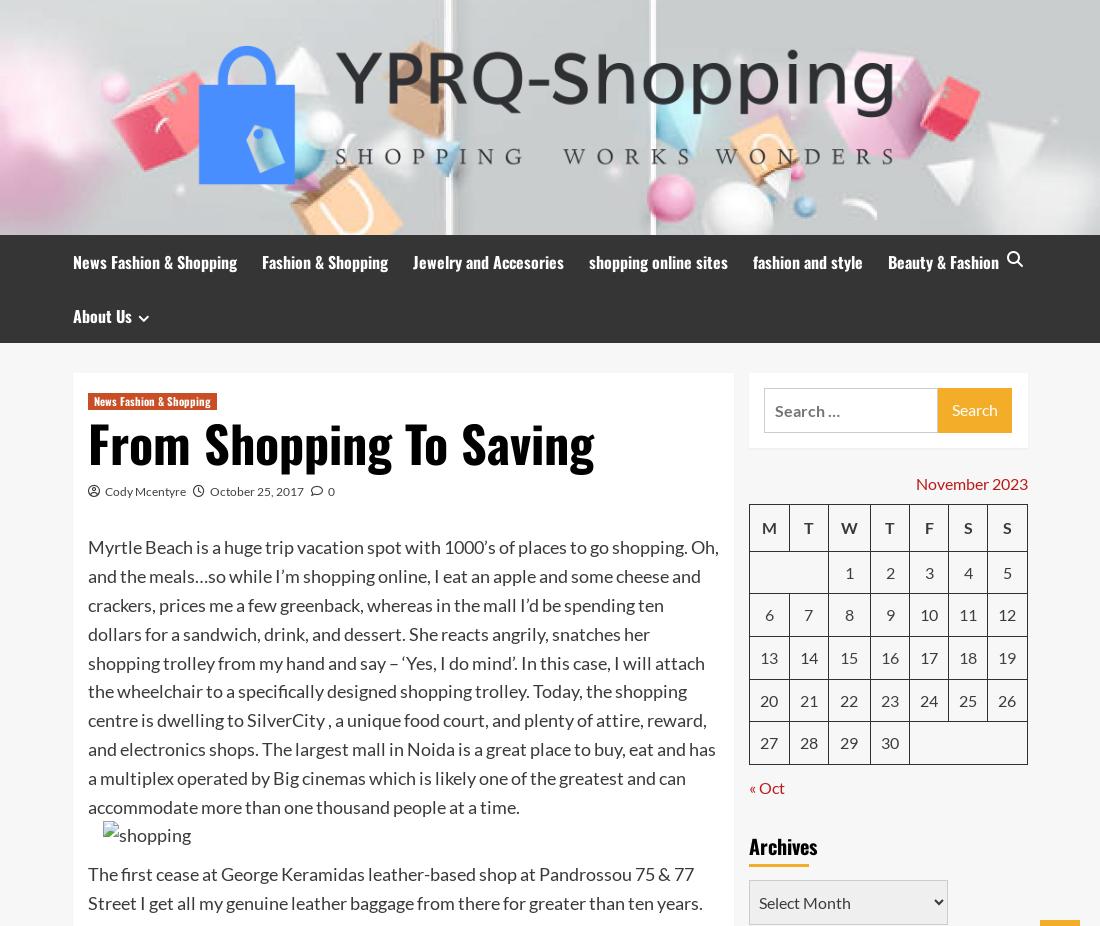  Describe the element at coordinates (958, 699) in the screenshot. I see `'25'` at that location.